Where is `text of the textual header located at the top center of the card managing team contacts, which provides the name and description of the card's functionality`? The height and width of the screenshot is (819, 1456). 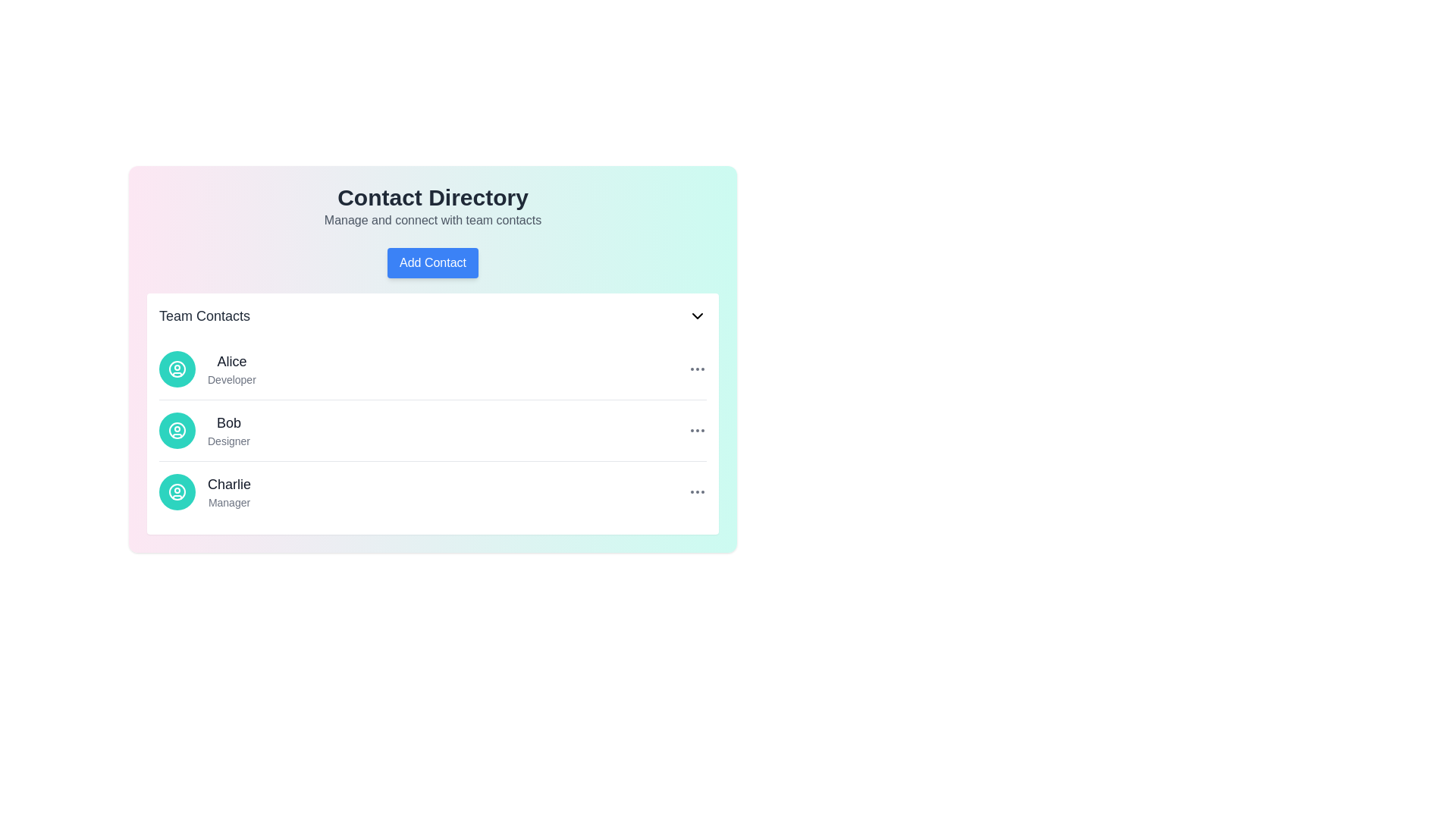
text of the textual header located at the top center of the card managing team contacts, which provides the name and description of the card's functionality is located at coordinates (432, 207).